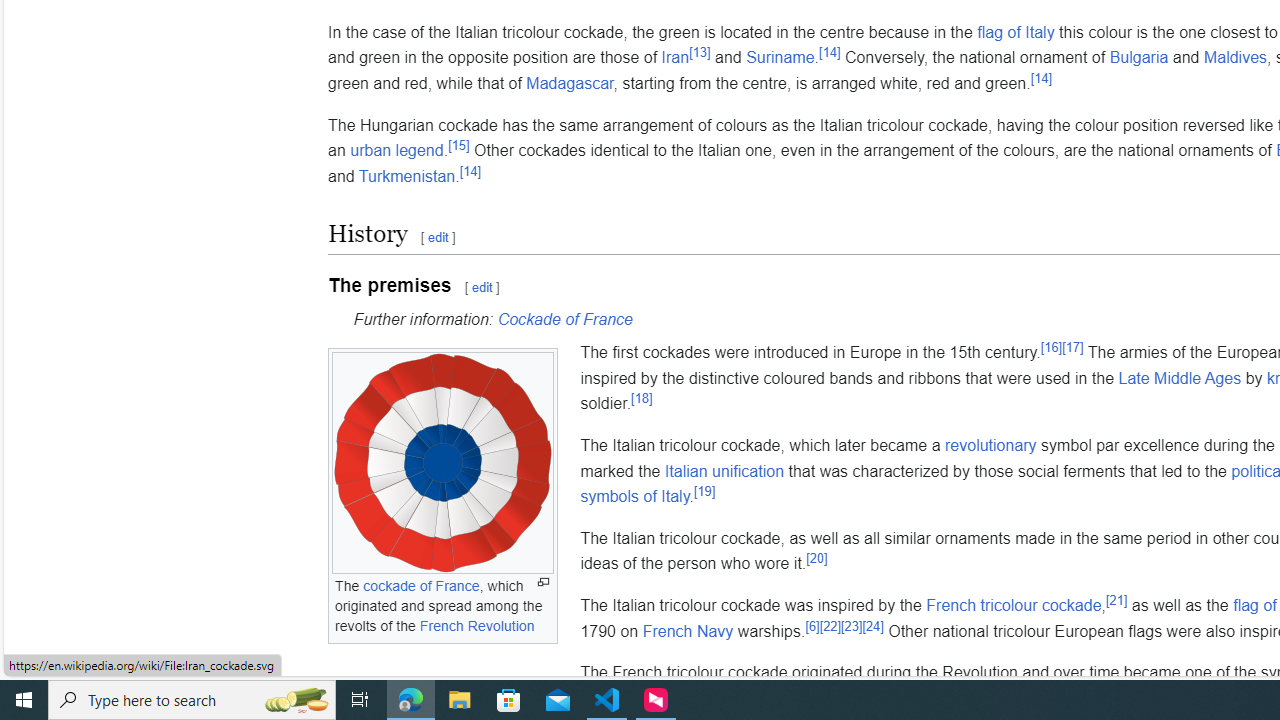 The width and height of the screenshot is (1280, 720). Describe the element at coordinates (406, 175) in the screenshot. I see `'Turkmenistan'` at that location.